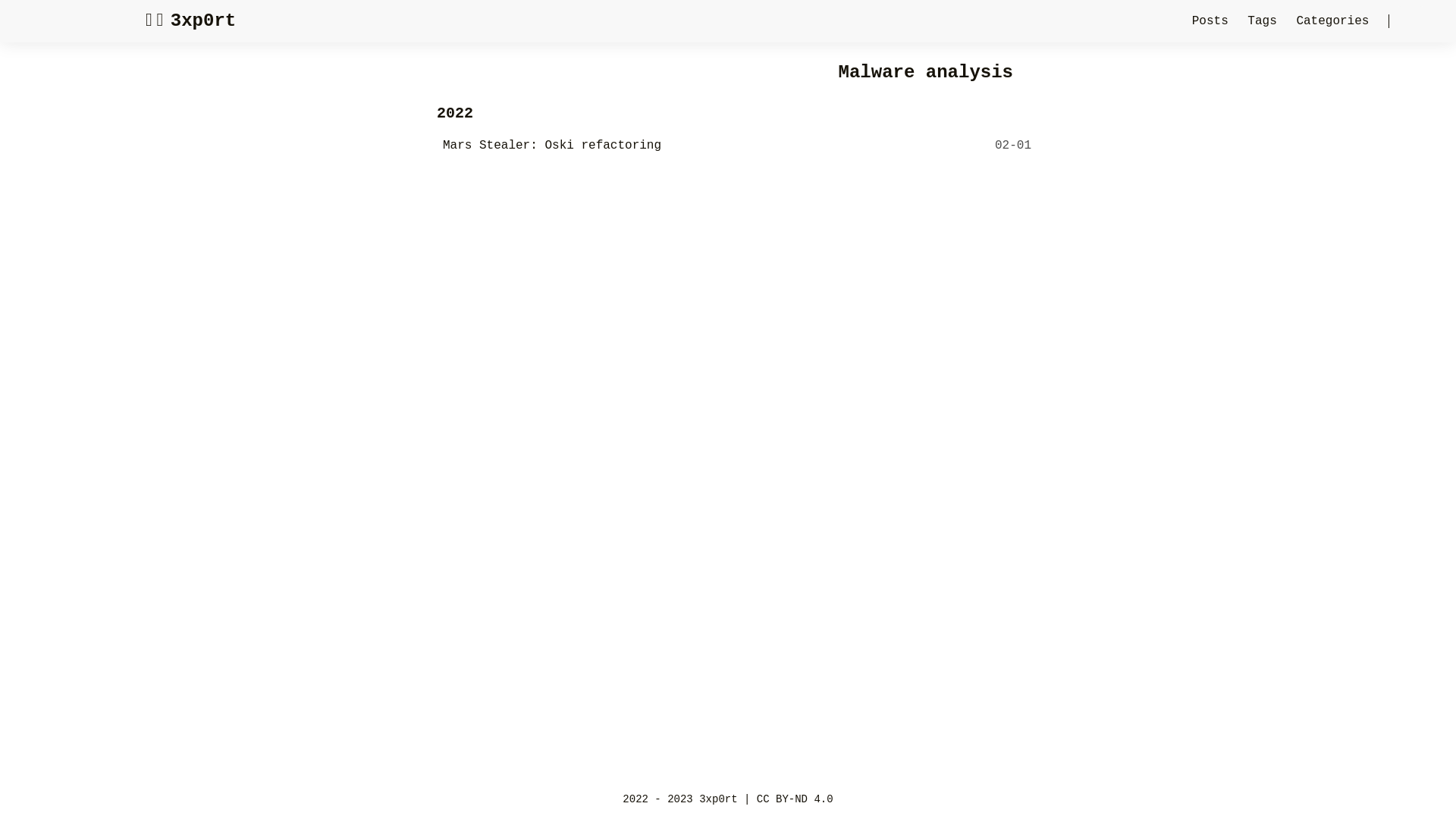  I want to click on 'CC BY-ND 4.0', so click(794, 798).